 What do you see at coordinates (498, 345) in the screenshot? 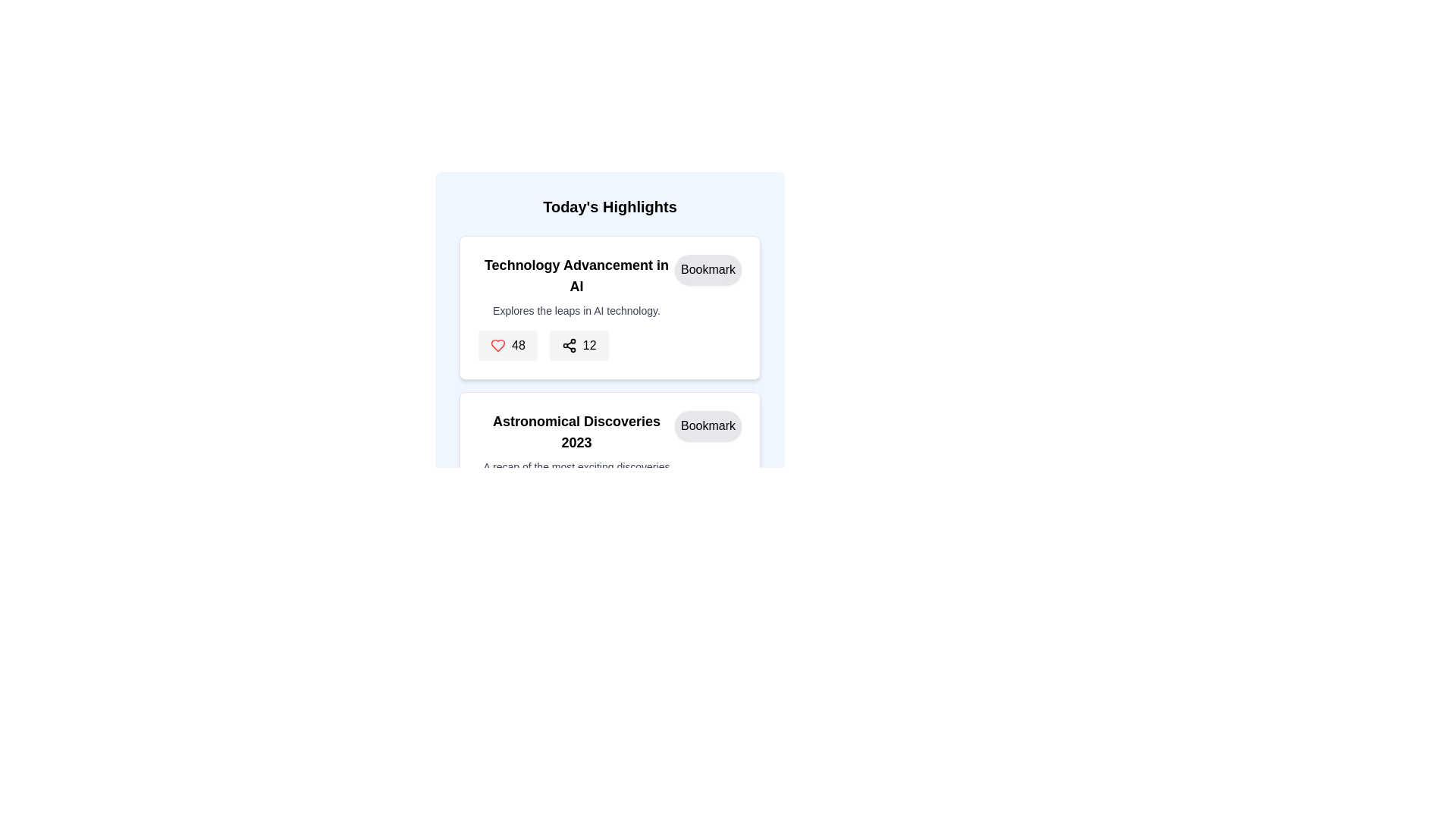
I see `the heart-shaped icon indicative of a 'like' or 'favorite' feature within the content card titled 'Technology Advancement in AI'` at bounding box center [498, 345].